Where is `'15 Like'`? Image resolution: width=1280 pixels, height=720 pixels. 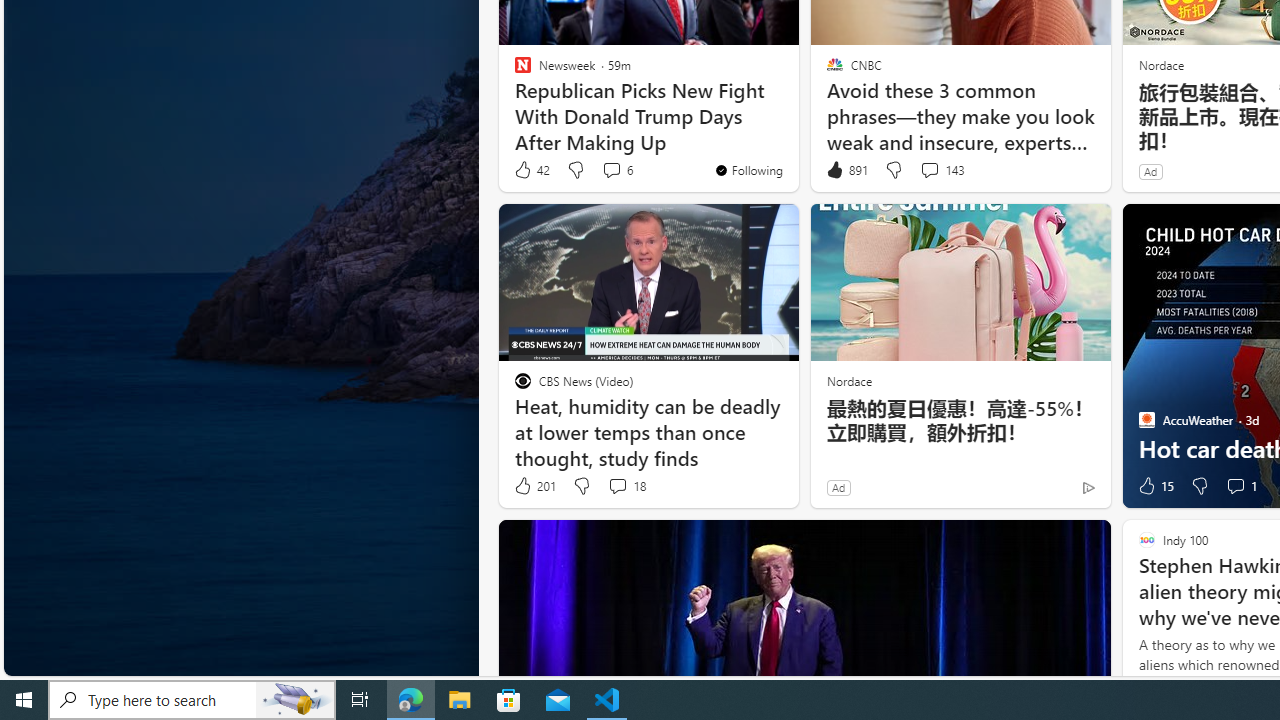 '15 Like' is located at coordinates (1154, 486).